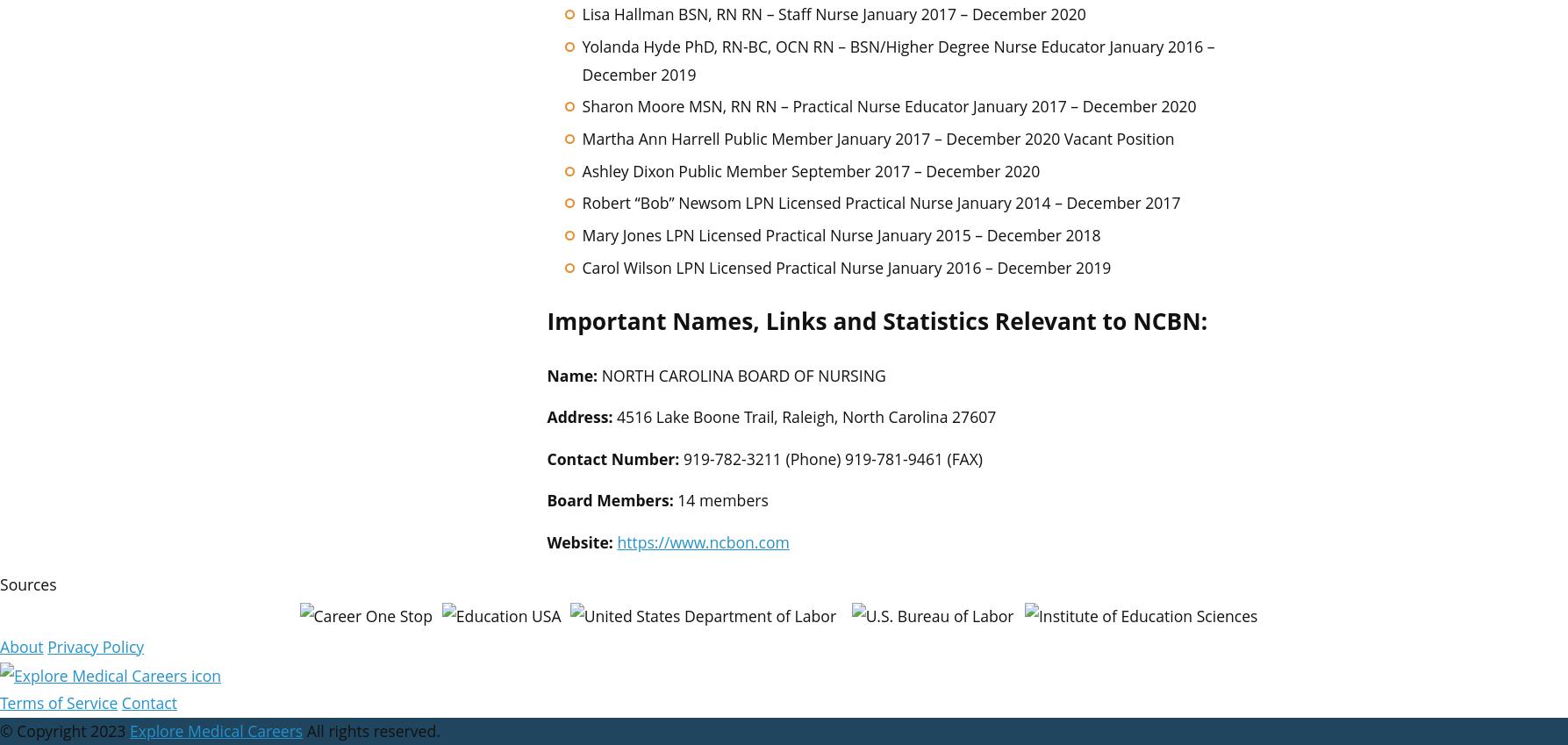 This screenshot has width=1568, height=745. Describe the element at coordinates (27, 583) in the screenshot. I see `'Sources'` at that location.